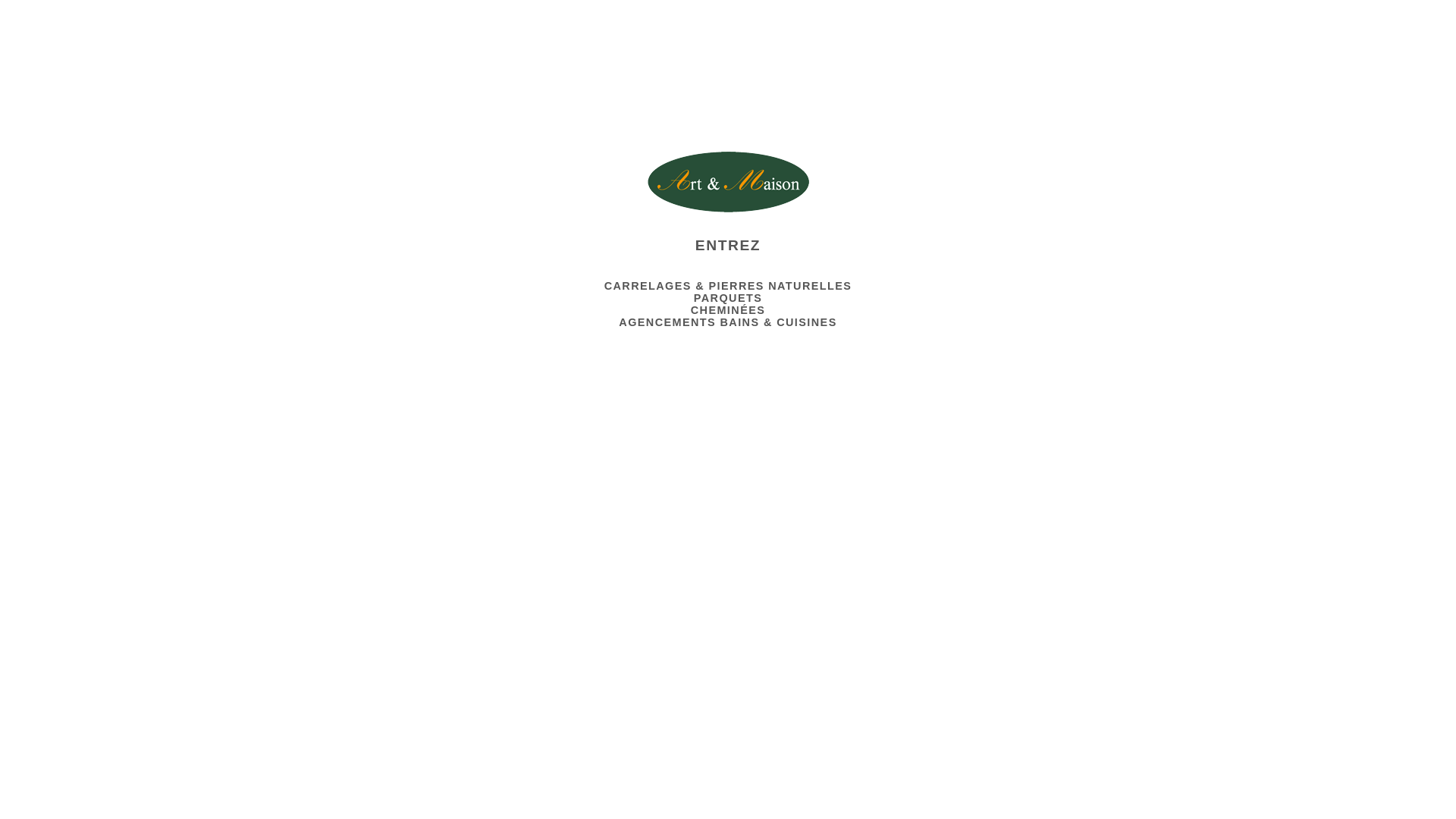 This screenshot has width=1456, height=819. I want to click on 'ENTREZ', so click(350, 239).